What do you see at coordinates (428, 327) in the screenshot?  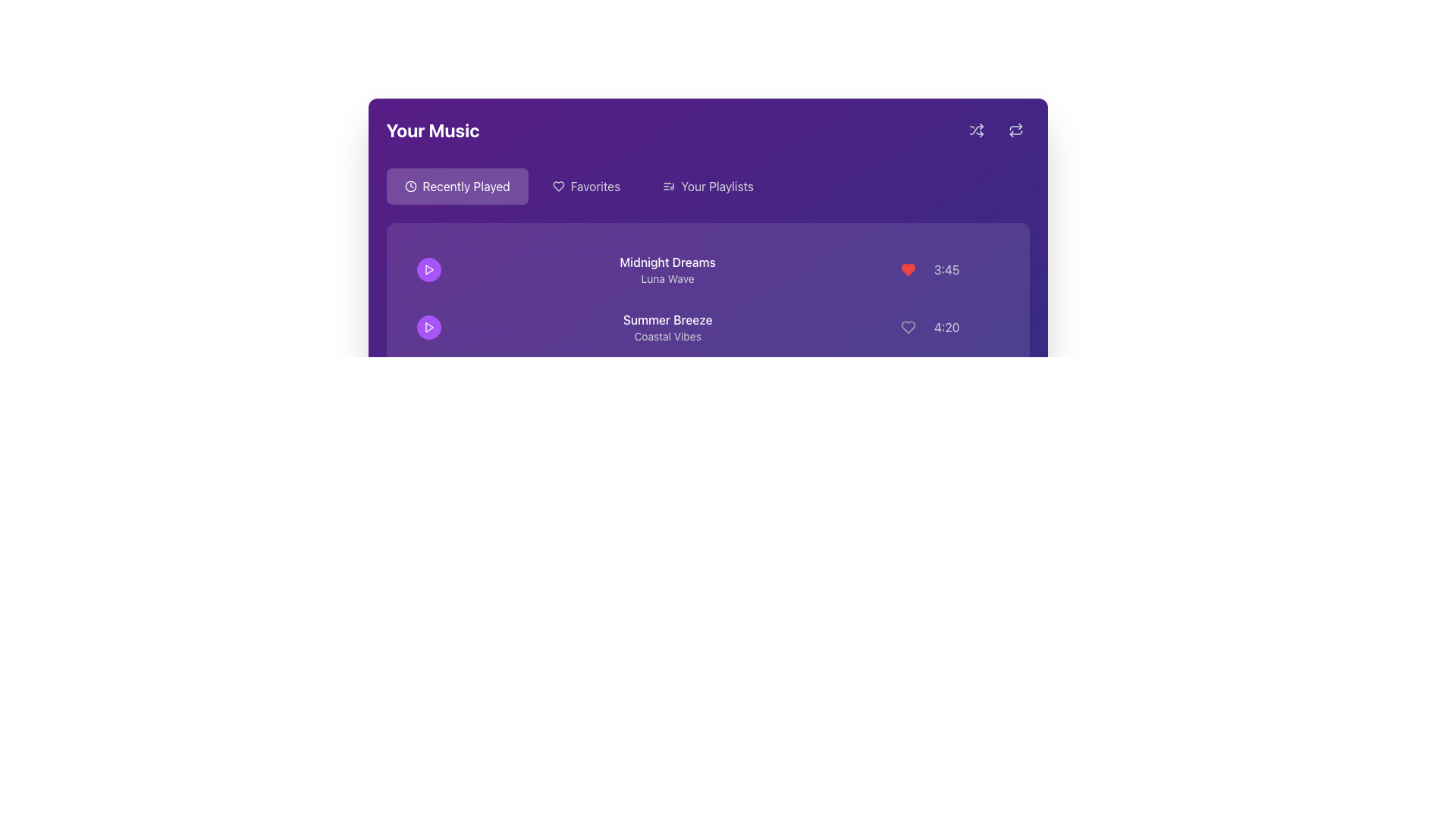 I see `the circular button with a purple background and a white play triangle icon, located in the row labeled 'Summer Breeze' featuring 'Coastal Vibes' and the duration '4:20', to observe the hover effect` at bounding box center [428, 327].